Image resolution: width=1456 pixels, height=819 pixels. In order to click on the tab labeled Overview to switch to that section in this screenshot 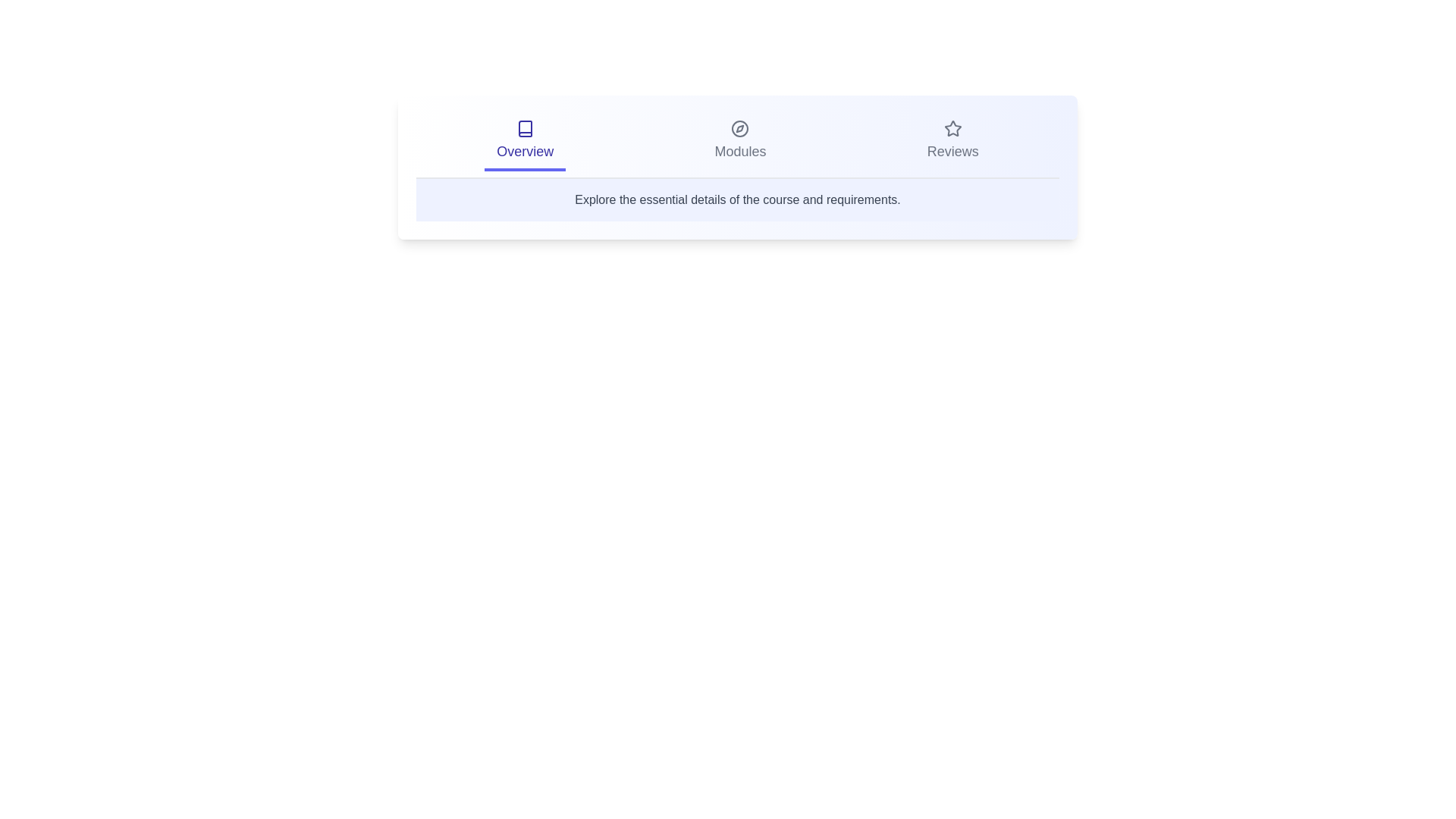, I will do `click(525, 143)`.